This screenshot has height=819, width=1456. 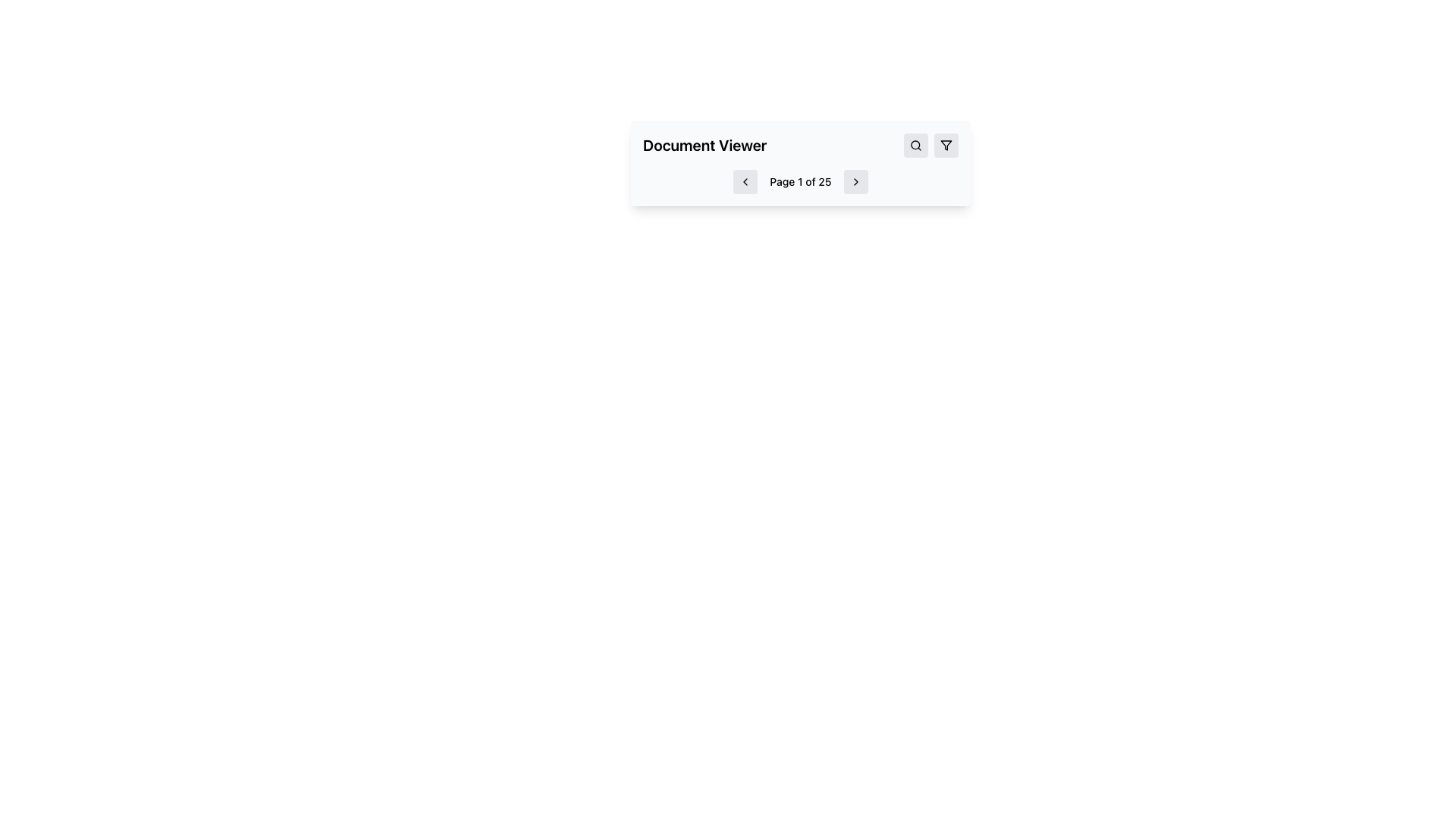 What do you see at coordinates (946, 146) in the screenshot?
I see `the filter icon, which is a triangular shape with thin strokes located in the upper right of the toolbar, to trigger the tooltip or visual response` at bounding box center [946, 146].